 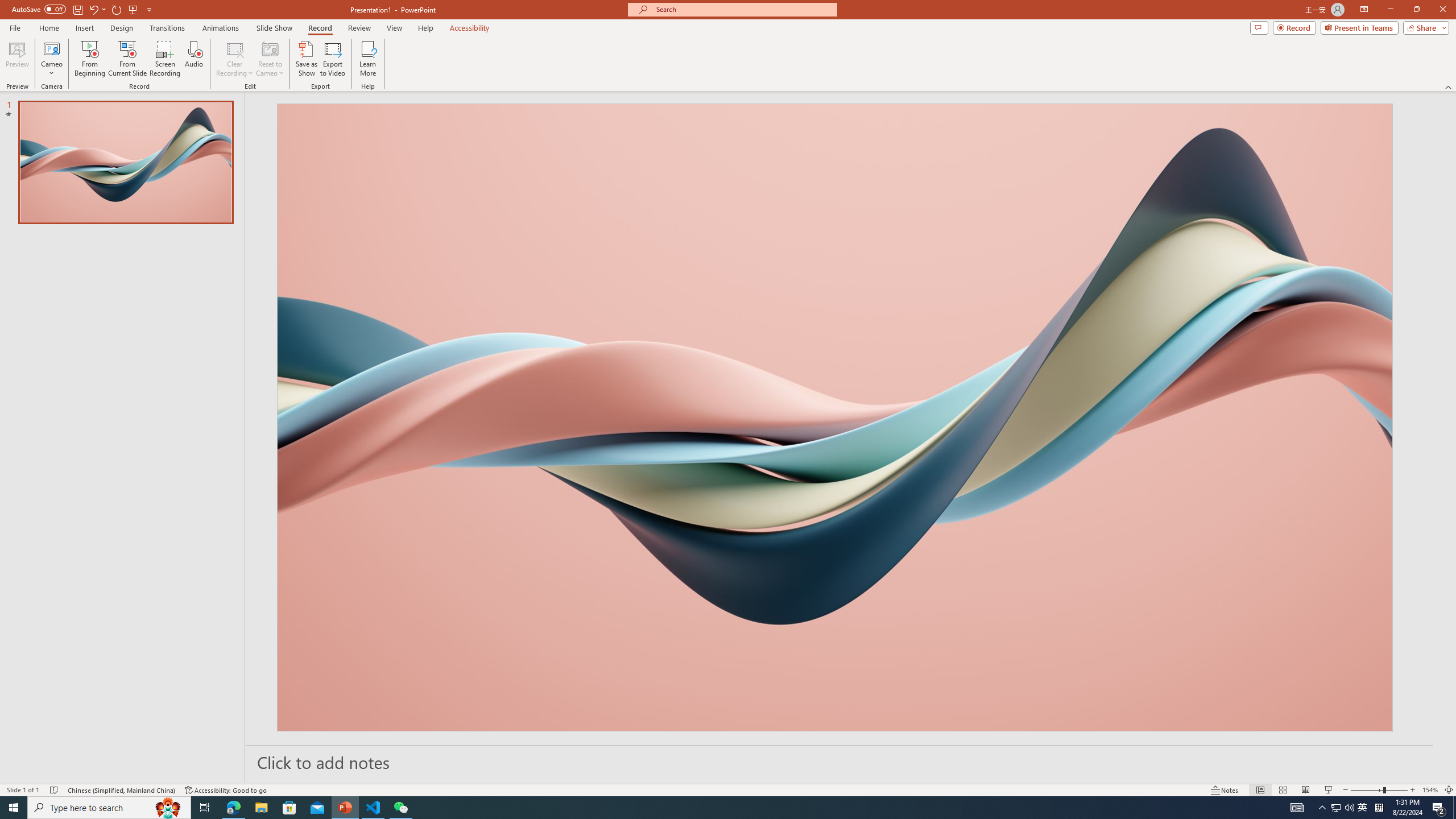 What do you see at coordinates (834, 416) in the screenshot?
I see `'Wavy 3D art'` at bounding box center [834, 416].